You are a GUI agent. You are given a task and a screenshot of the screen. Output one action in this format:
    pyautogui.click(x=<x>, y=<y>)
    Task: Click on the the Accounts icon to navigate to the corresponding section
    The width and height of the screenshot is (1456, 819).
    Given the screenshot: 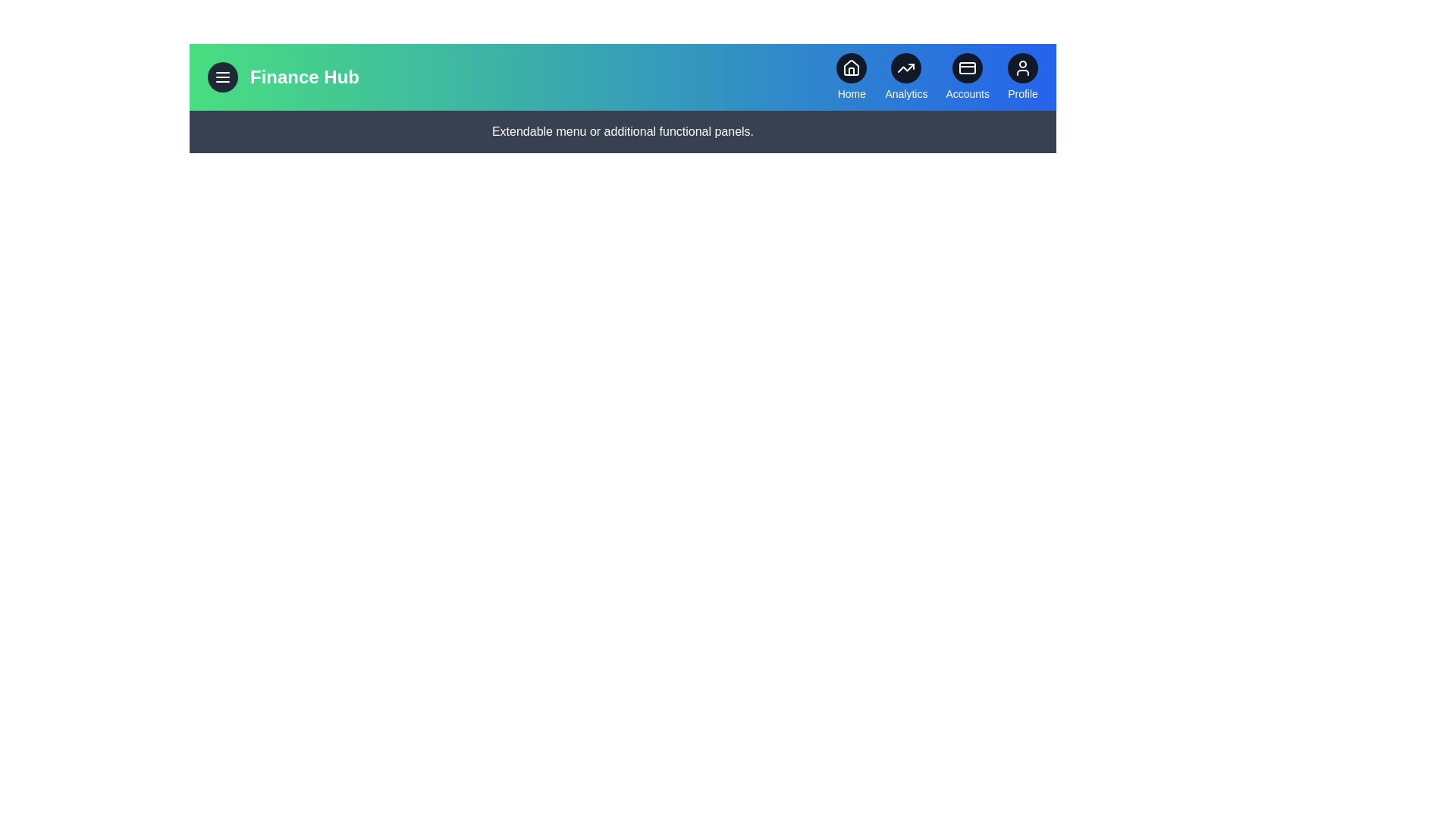 What is the action you would take?
    pyautogui.click(x=967, y=67)
    